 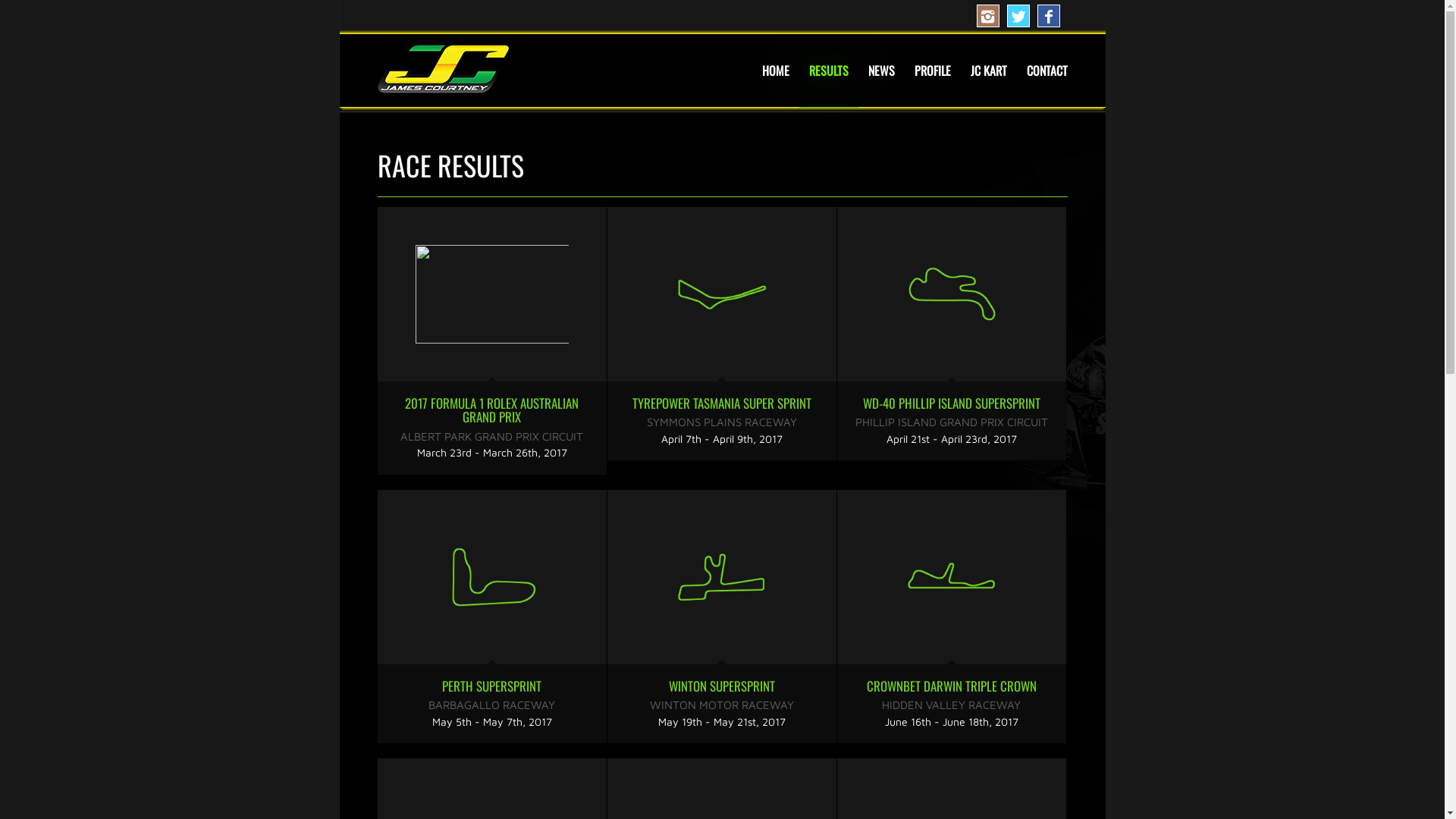 What do you see at coordinates (1007, 15) in the screenshot?
I see `'Twitter'` at bounding box center [1007, 15].